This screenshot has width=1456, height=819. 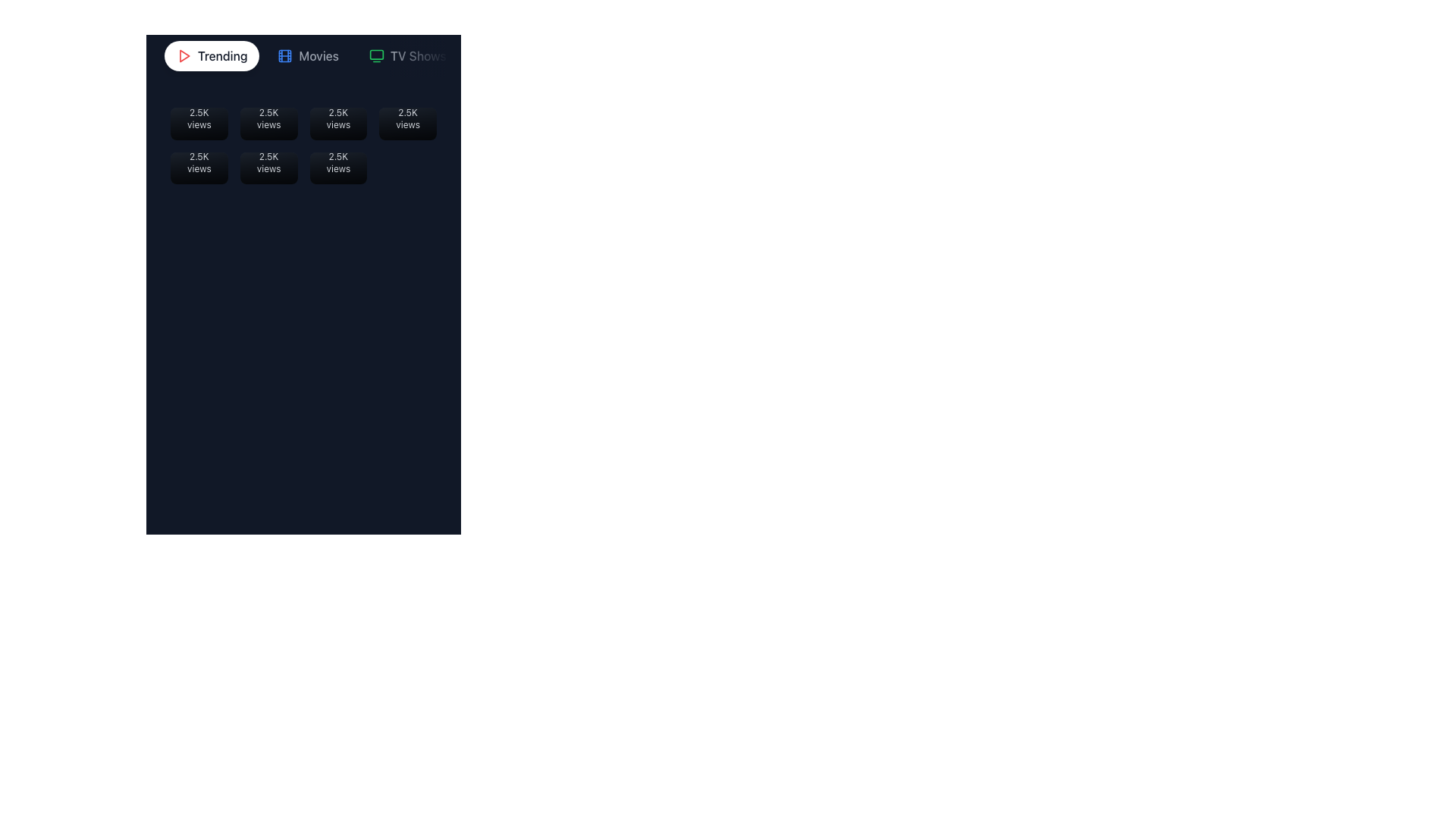 What do you see at coordinates (337, 123) in the screenshot?
I see `the text label component displaying '2.5K views' that is centered on a dark background, positioned as the third item in the first row of content items` at bounding box center [337, 123].